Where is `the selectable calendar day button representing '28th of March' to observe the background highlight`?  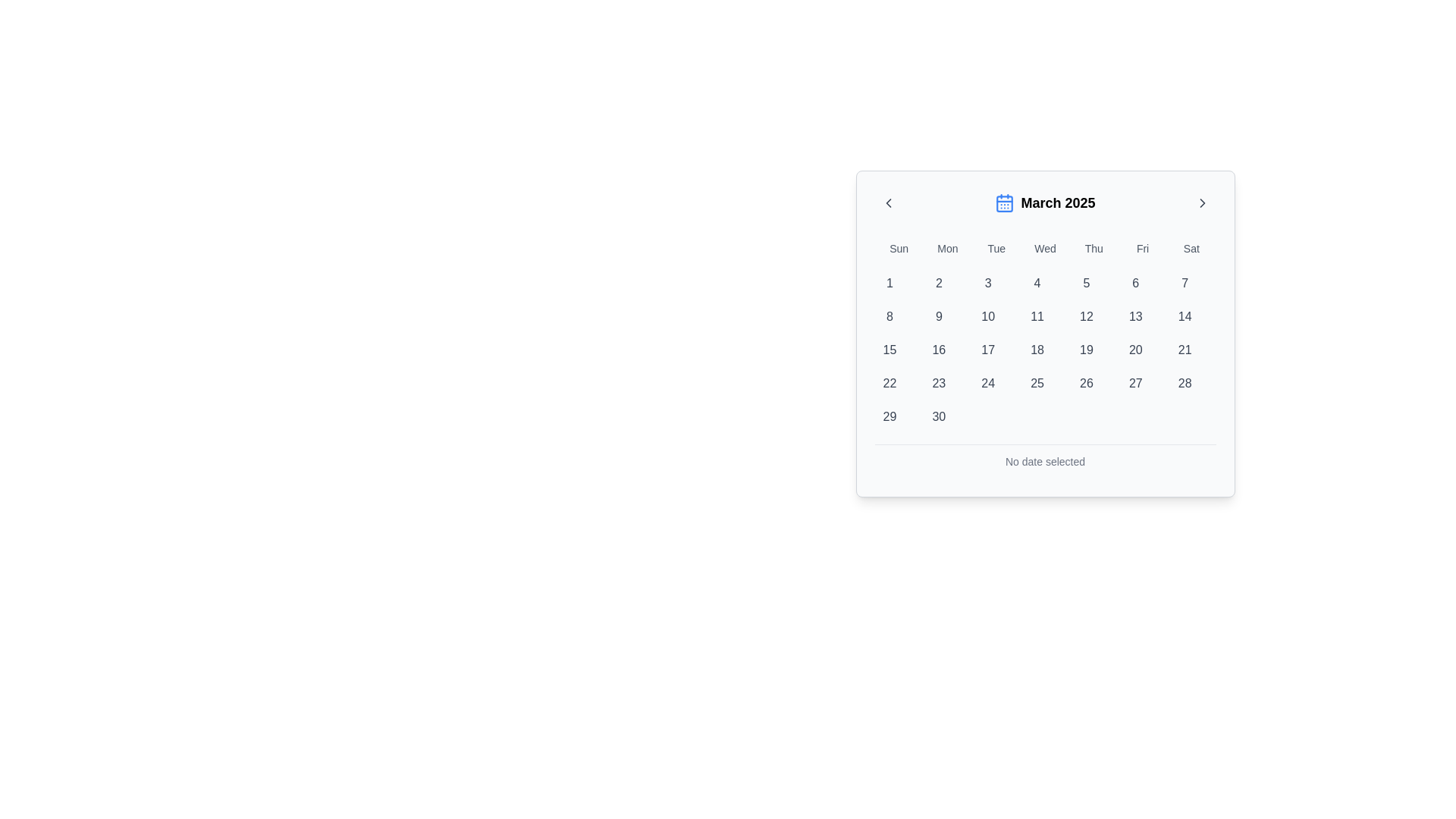
the selectable calendar day button representing '28th of March' to observe the background highlight is located at coordinates (1184, 382).